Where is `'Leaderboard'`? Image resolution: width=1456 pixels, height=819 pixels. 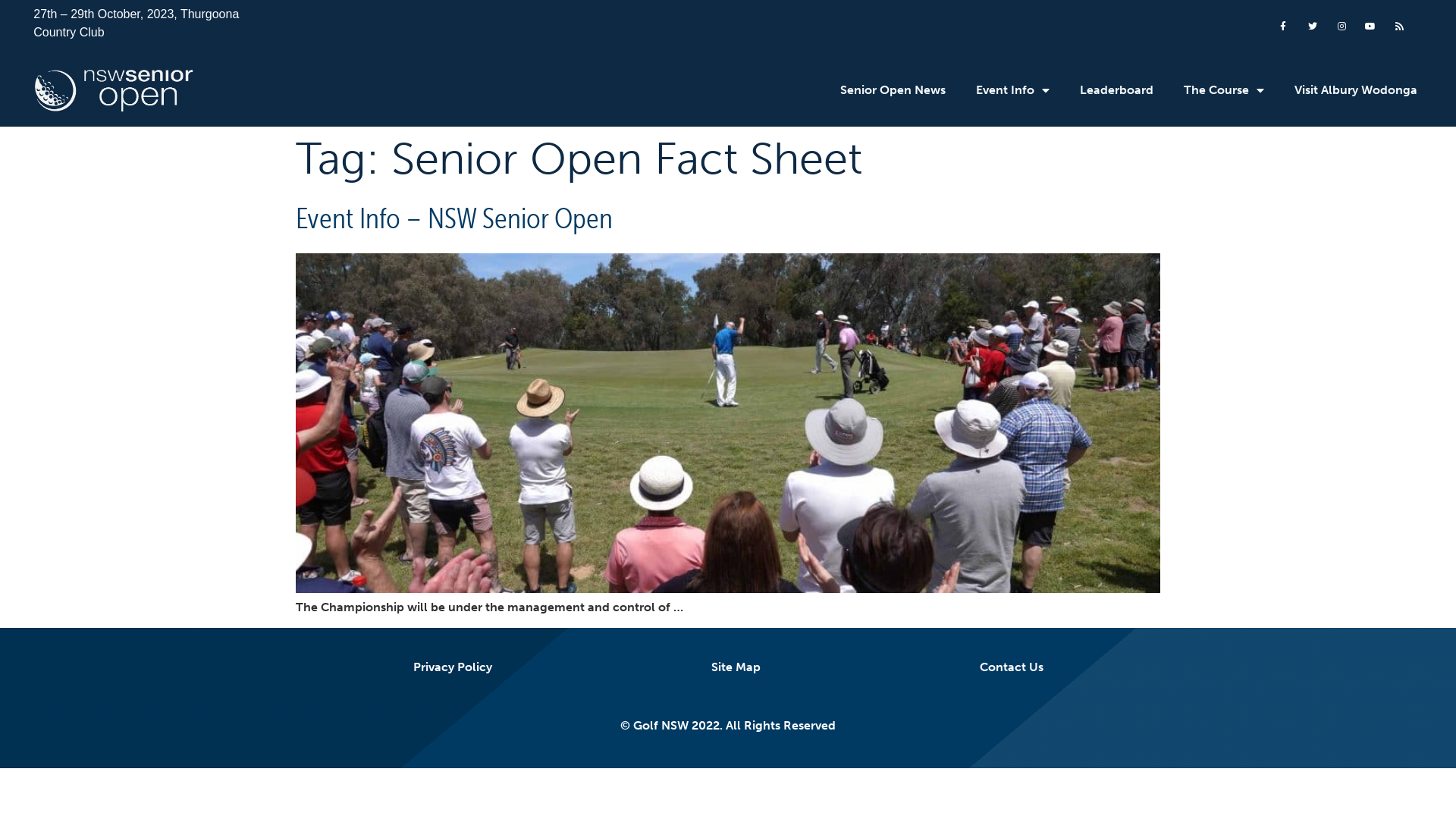
'Leaderboard' is located at coordinates (1063, 90).